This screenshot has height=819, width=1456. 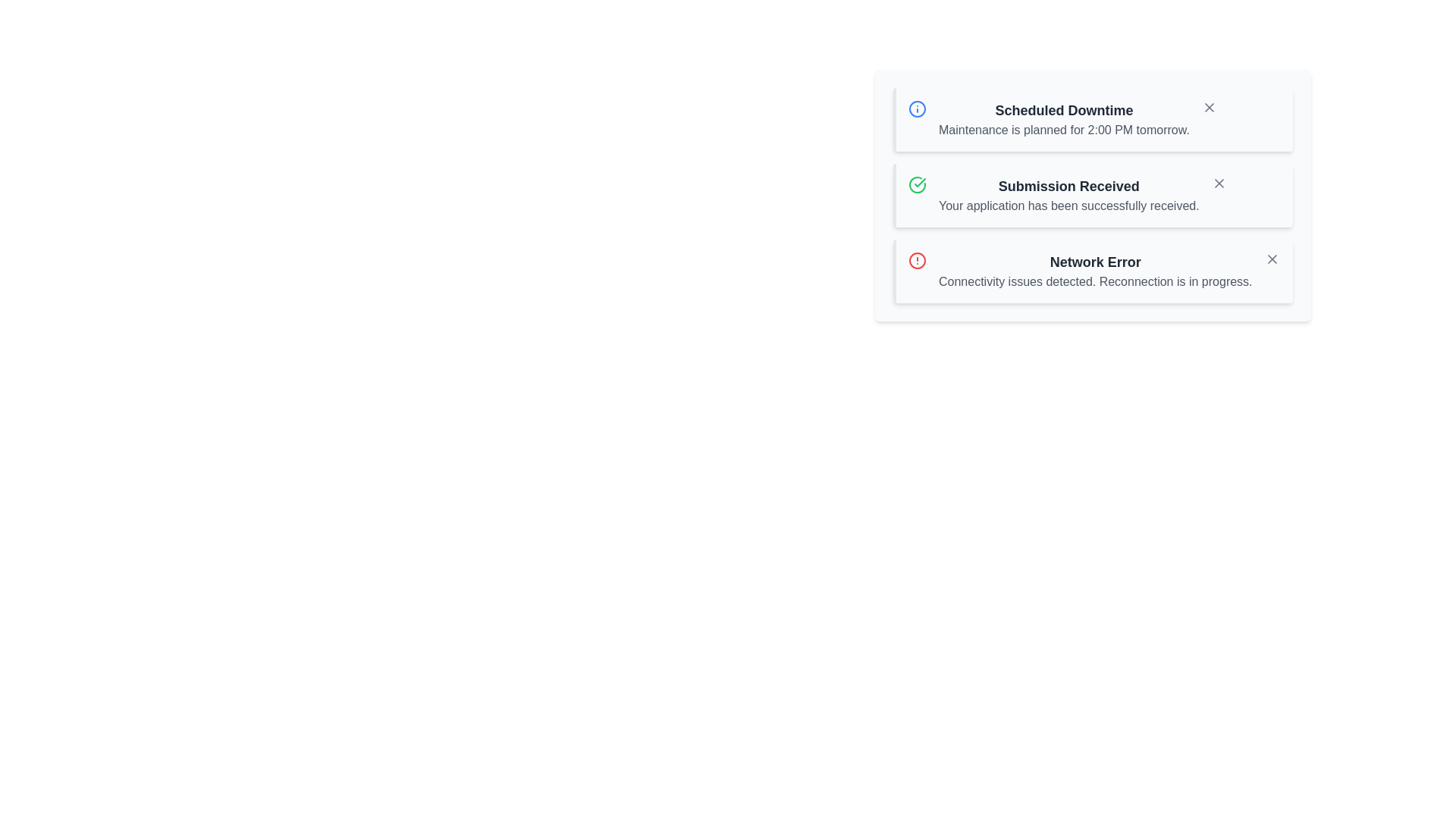 I want to click on bold, large-sized text displaying 'Network Error' located at the top of the notification panel indicating a connectivity issue, so click(x=1095, y=262).